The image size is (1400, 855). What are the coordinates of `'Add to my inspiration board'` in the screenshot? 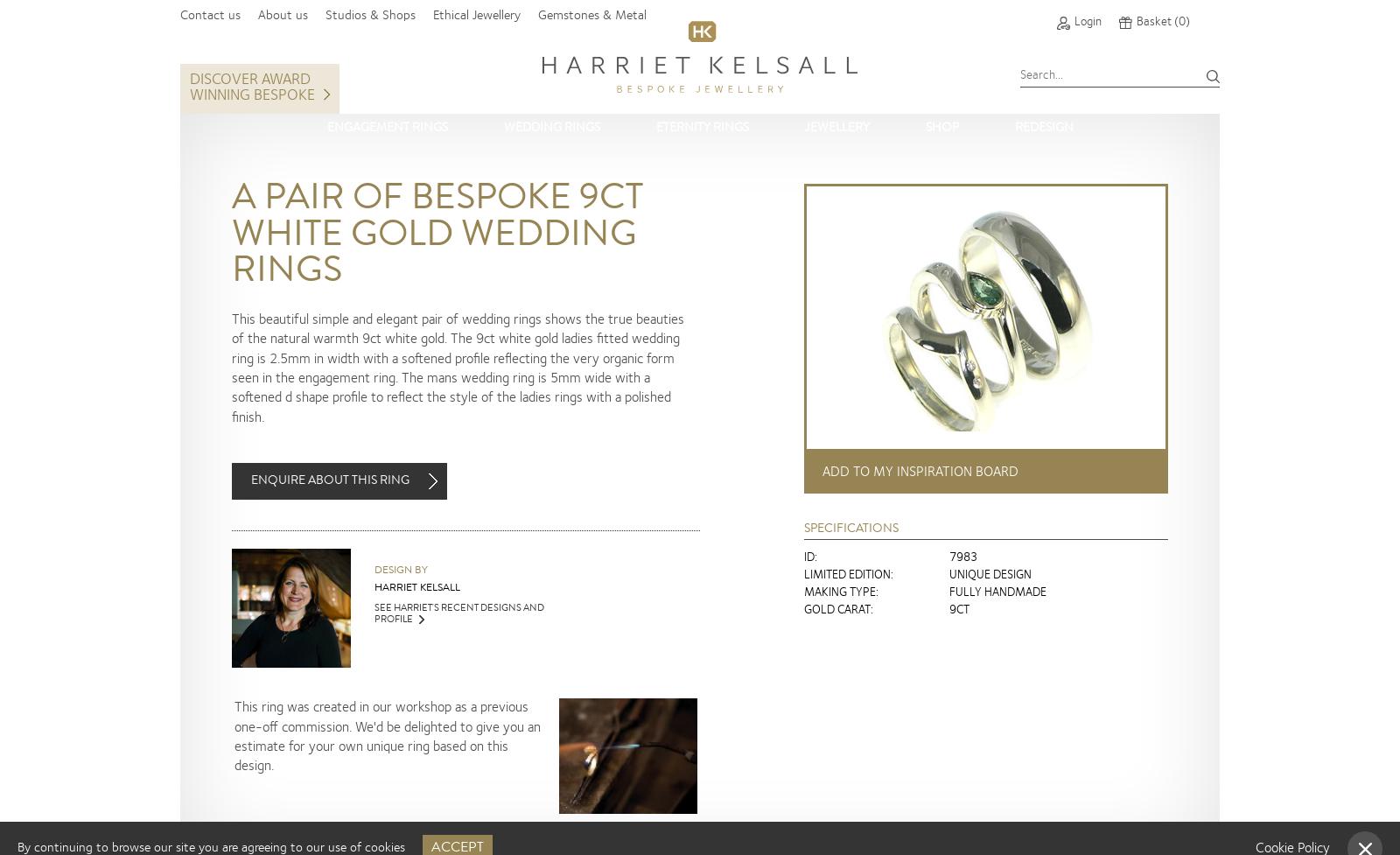 It's located at (920, 471).